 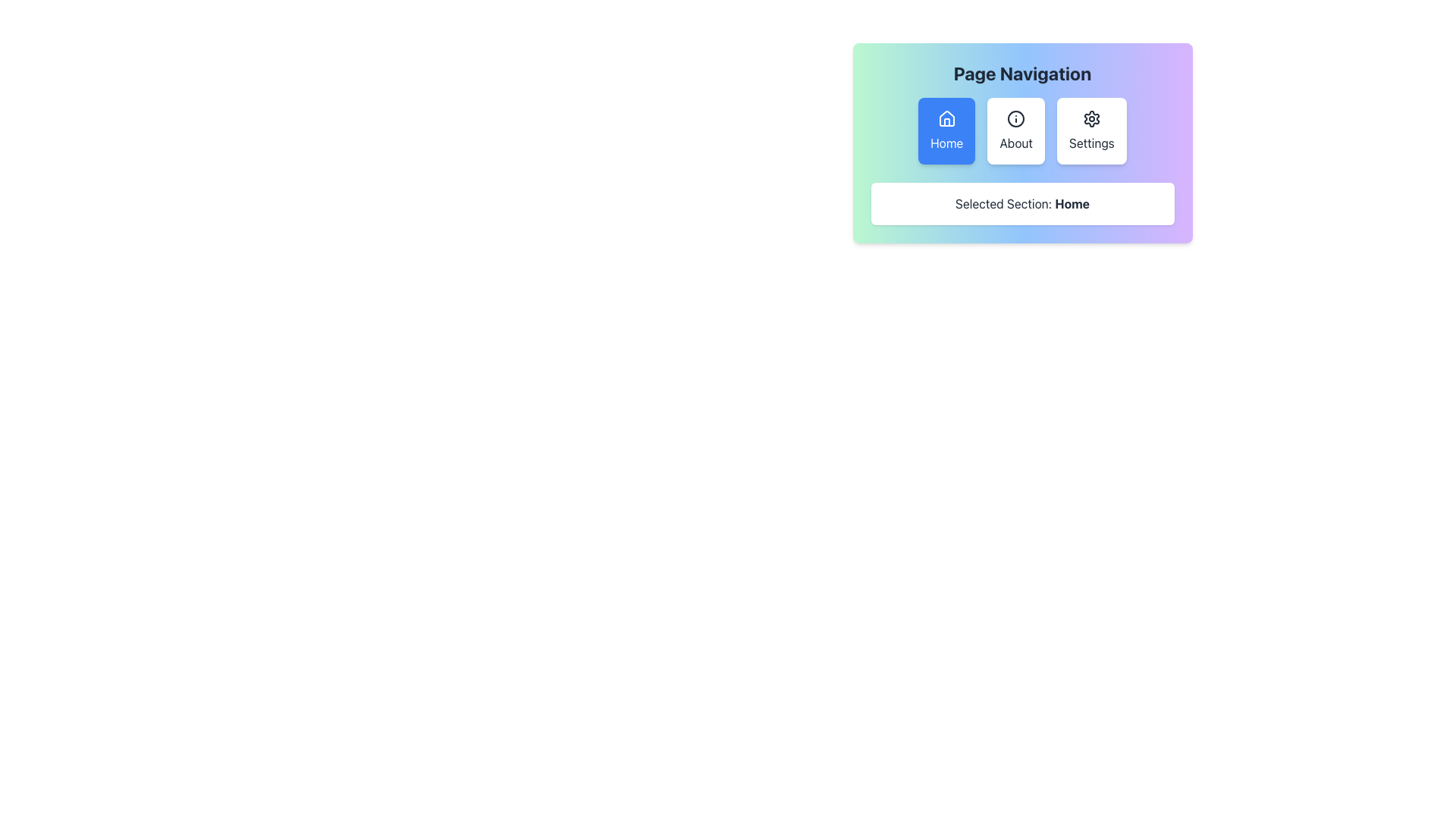 I want to click on text label that identifies the 'Settings' button, which is located at the bottom of the button with a gear icon above it, so click(x=1090, y=143).